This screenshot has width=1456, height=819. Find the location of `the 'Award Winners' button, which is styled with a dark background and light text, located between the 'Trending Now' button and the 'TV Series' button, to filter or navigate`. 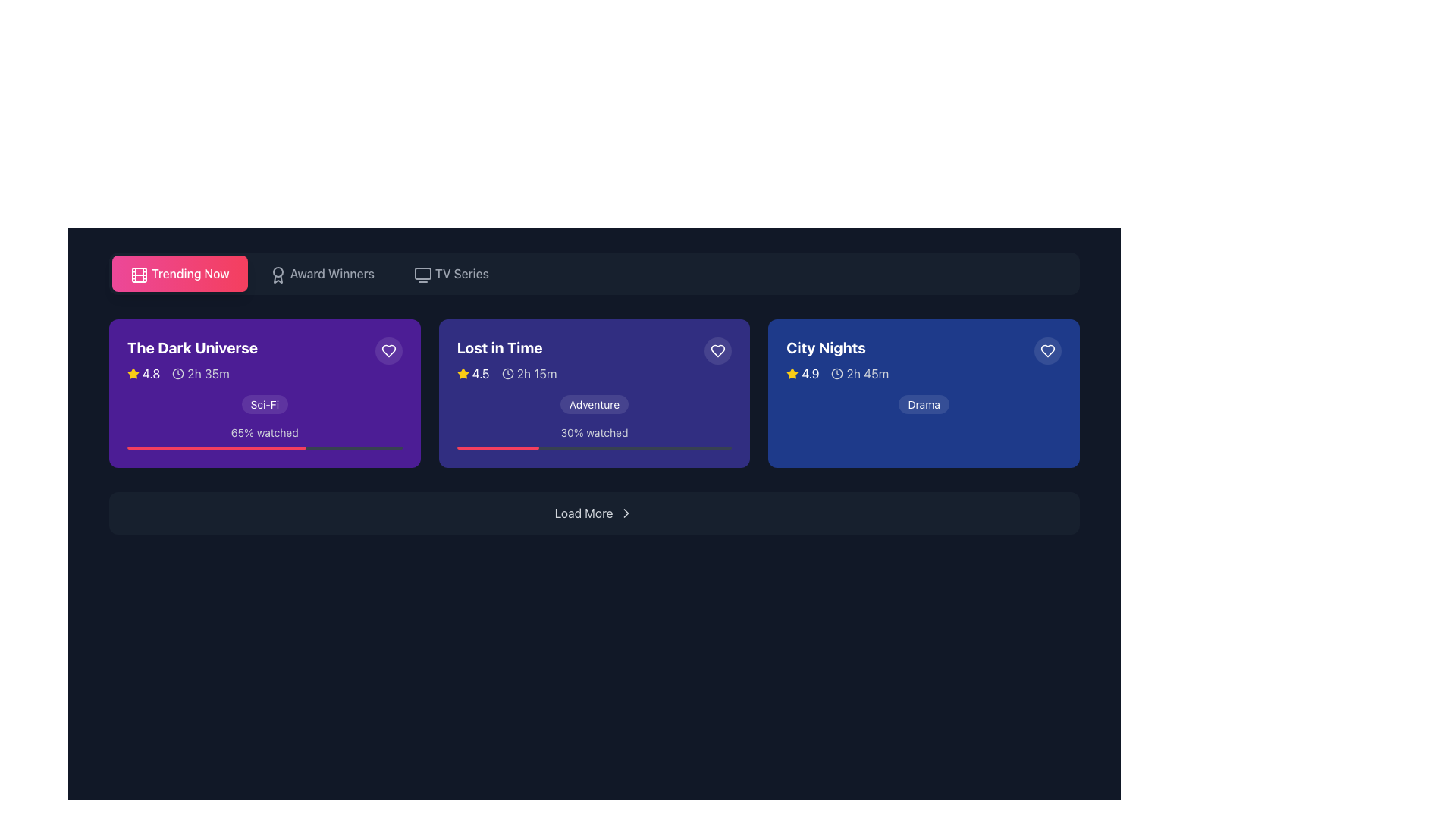

the 'Award Winners' button, which is styled with a dark background and light text, located between the 'Trending Now' button and the 'TV Series' button, to filter or navigate is located at coordinates (321, 274).